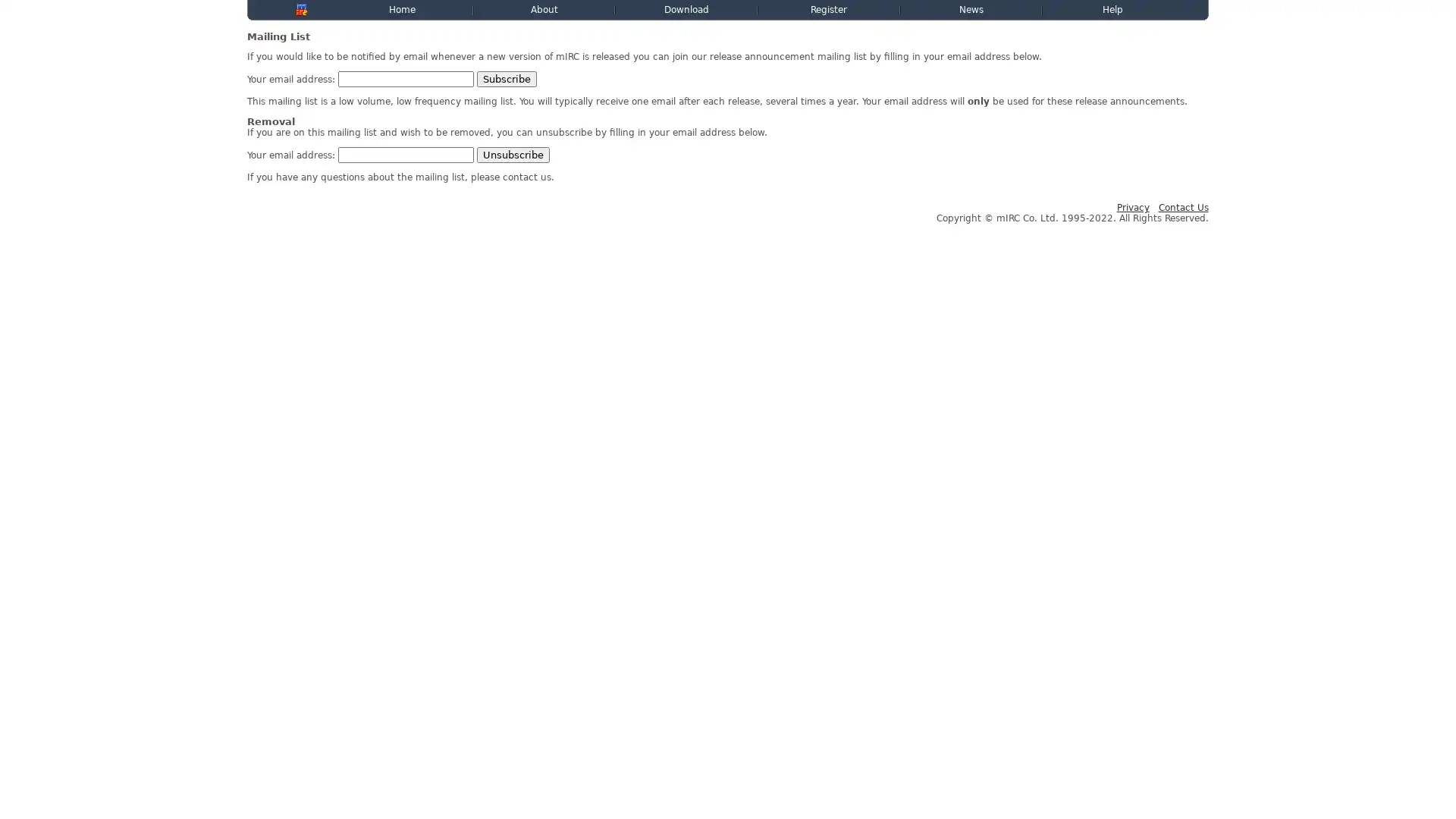 The image size is (1456, 819). Describe the element at coordinates (507, 79) in the screenshot. I see `Subscribe` at that location.